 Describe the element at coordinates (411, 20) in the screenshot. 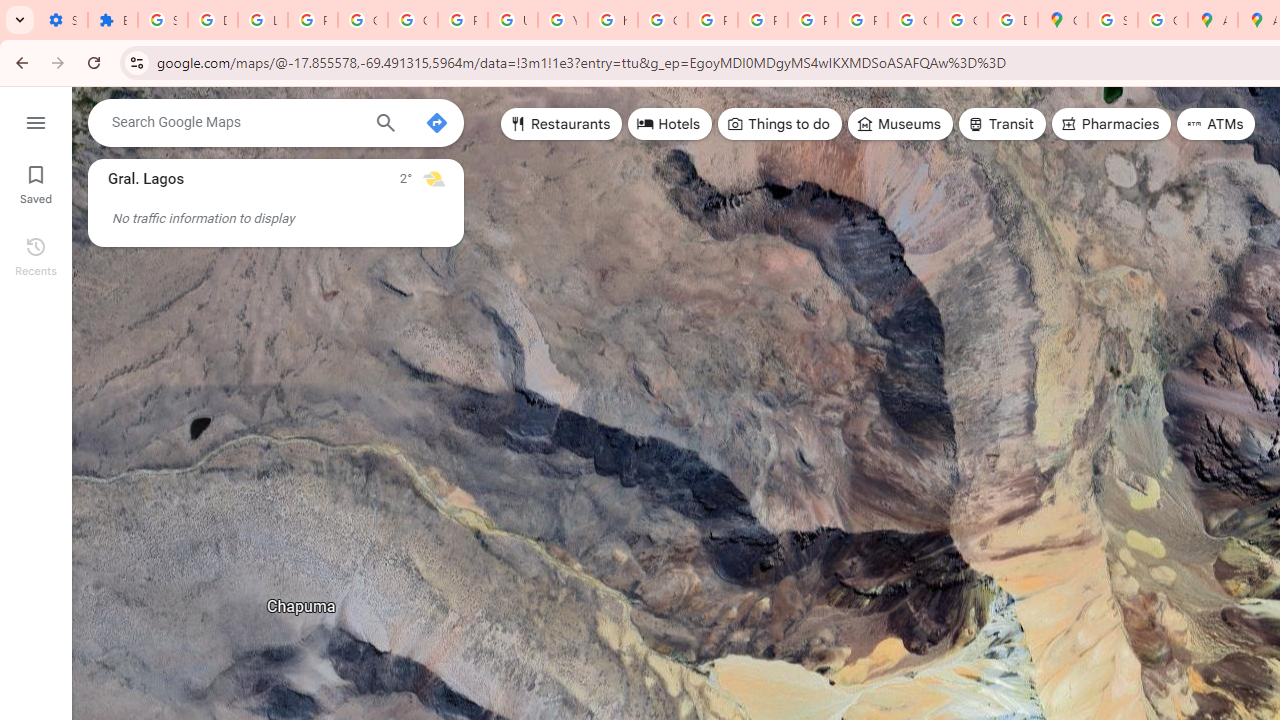

I see `'Google Account Help'` at that location.